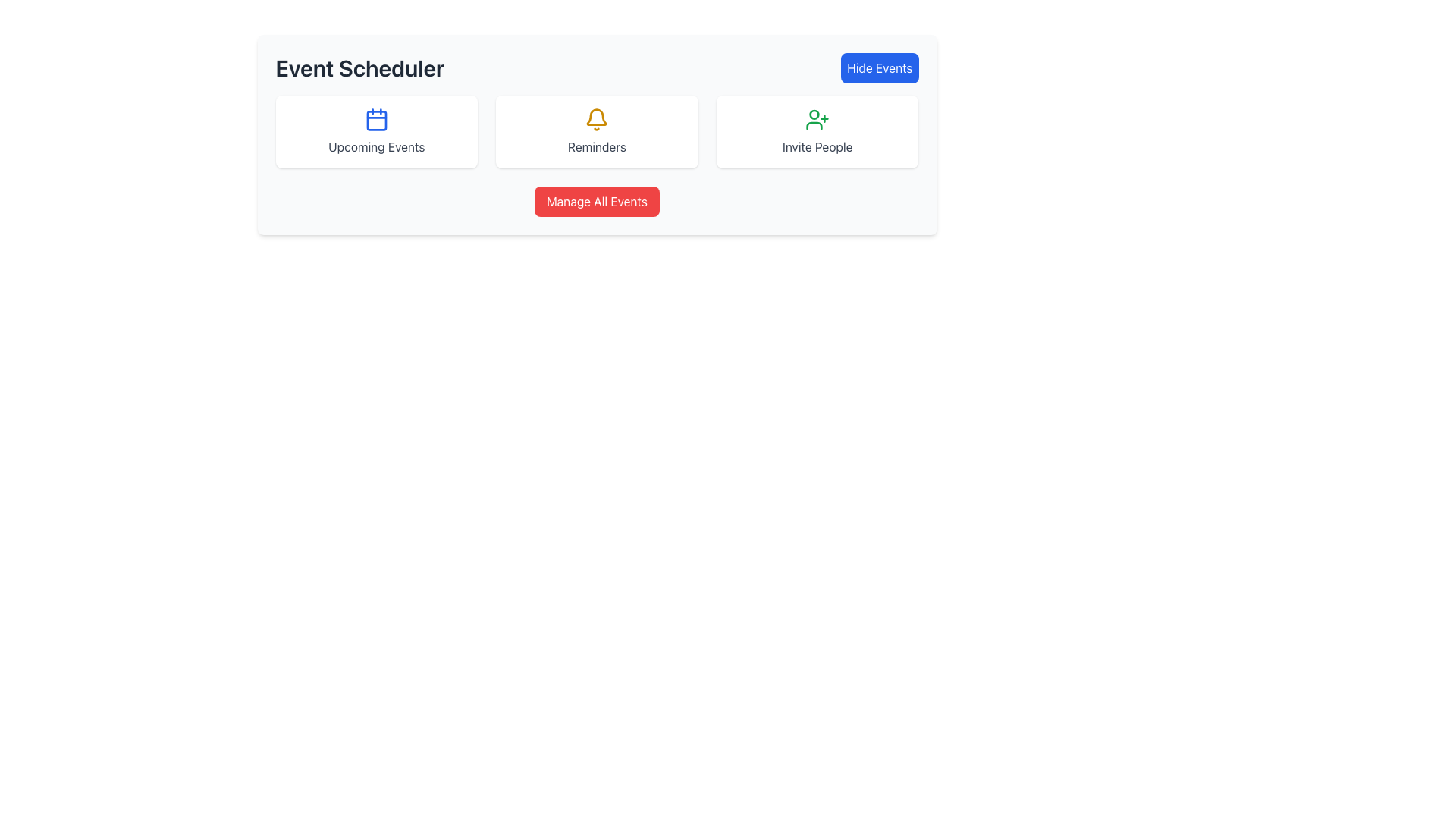 The width and height of the screenshot is (1456, 819). I want to click on the text element that reads 'Event Scheduler', which is a large, bold header styled in dark gray, located in the upper-left section of the interface, so click(359, 67).